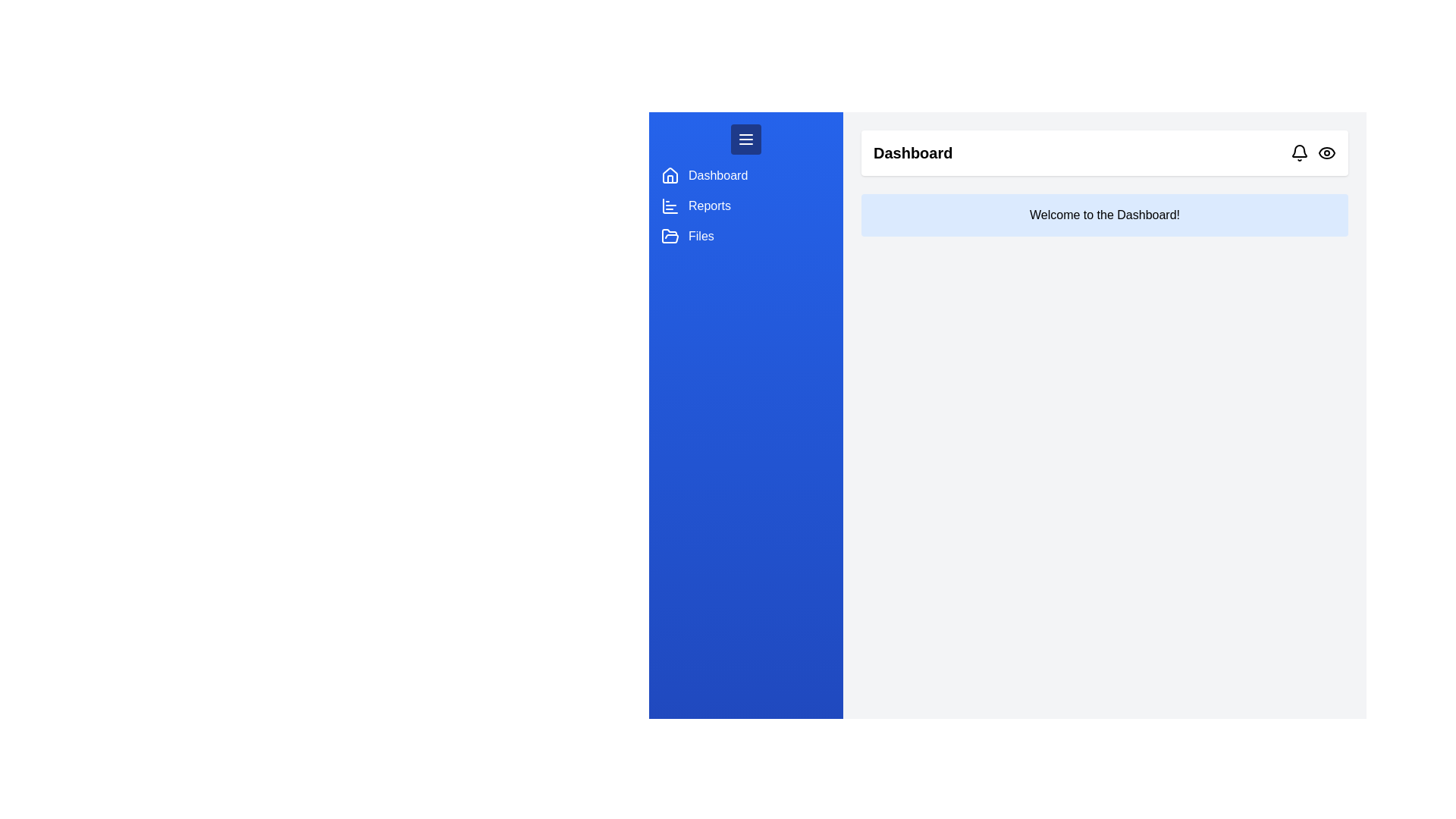  Describe the element at coordinates (912, 152) in the screenshot. I see `the text label indicating the current active section of the application, located in the center-left of the header bar` at that location.